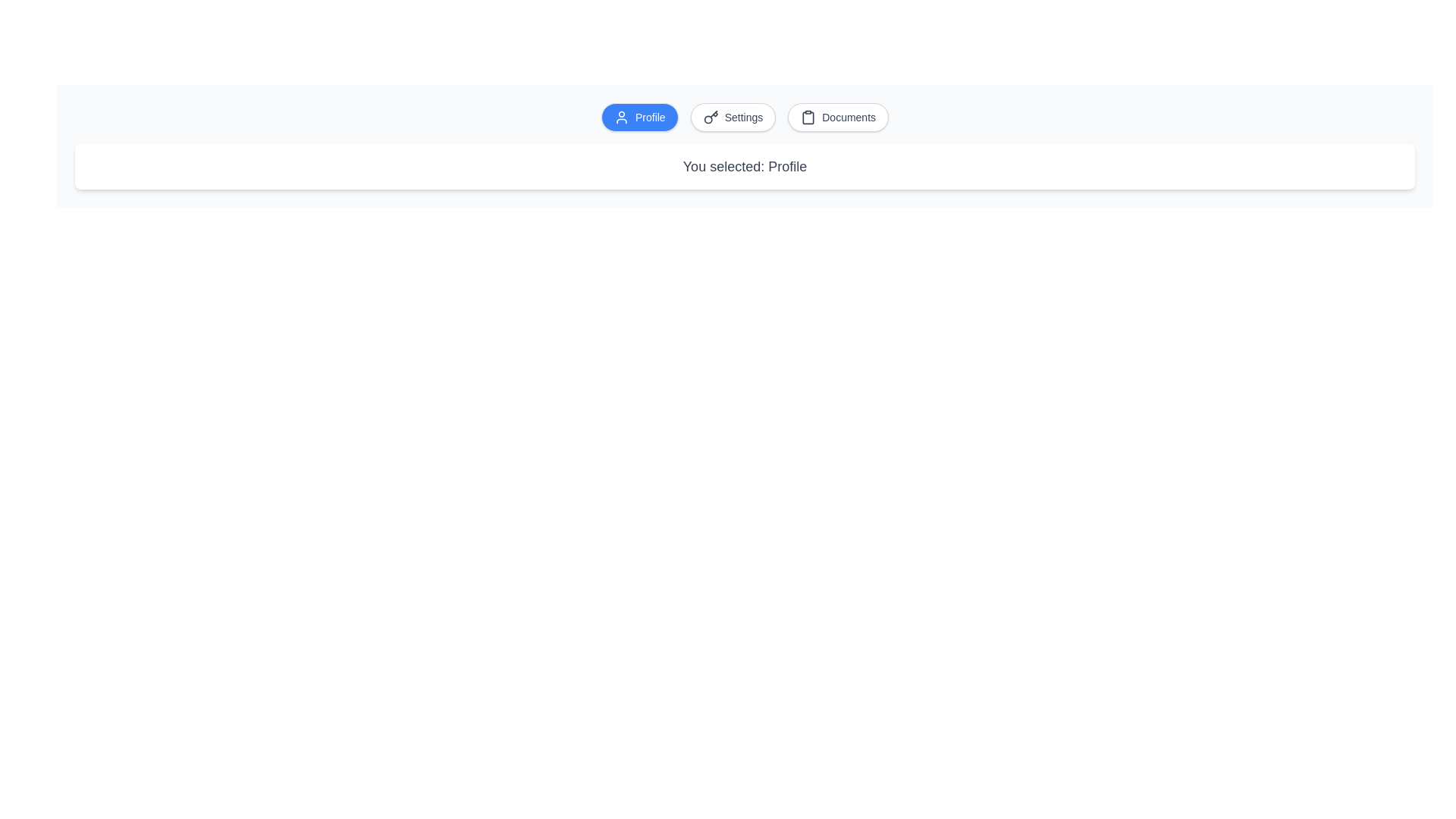 This screenshot has width=1456, height=819. What do you see at coordinates (808, 117) in the screenshot?
I see `the clipboard-shaped icon with a rectangular outline that has a cutout near its top edge, located in the middle of the icon layout` at bounding box center [808, 117].